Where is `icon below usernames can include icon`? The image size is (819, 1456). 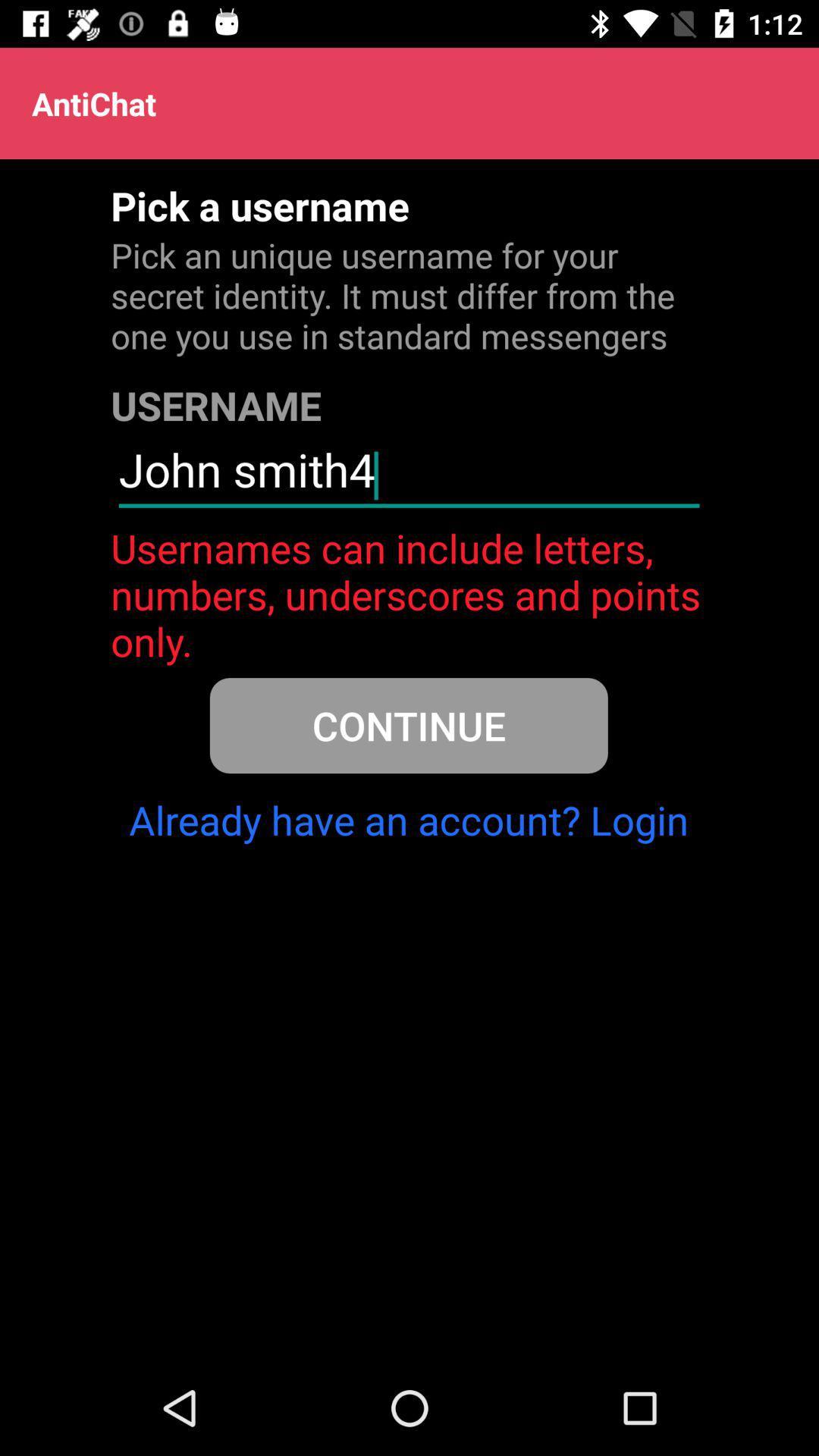
icon below usernames can include icon is located at coordinates (408, 724).